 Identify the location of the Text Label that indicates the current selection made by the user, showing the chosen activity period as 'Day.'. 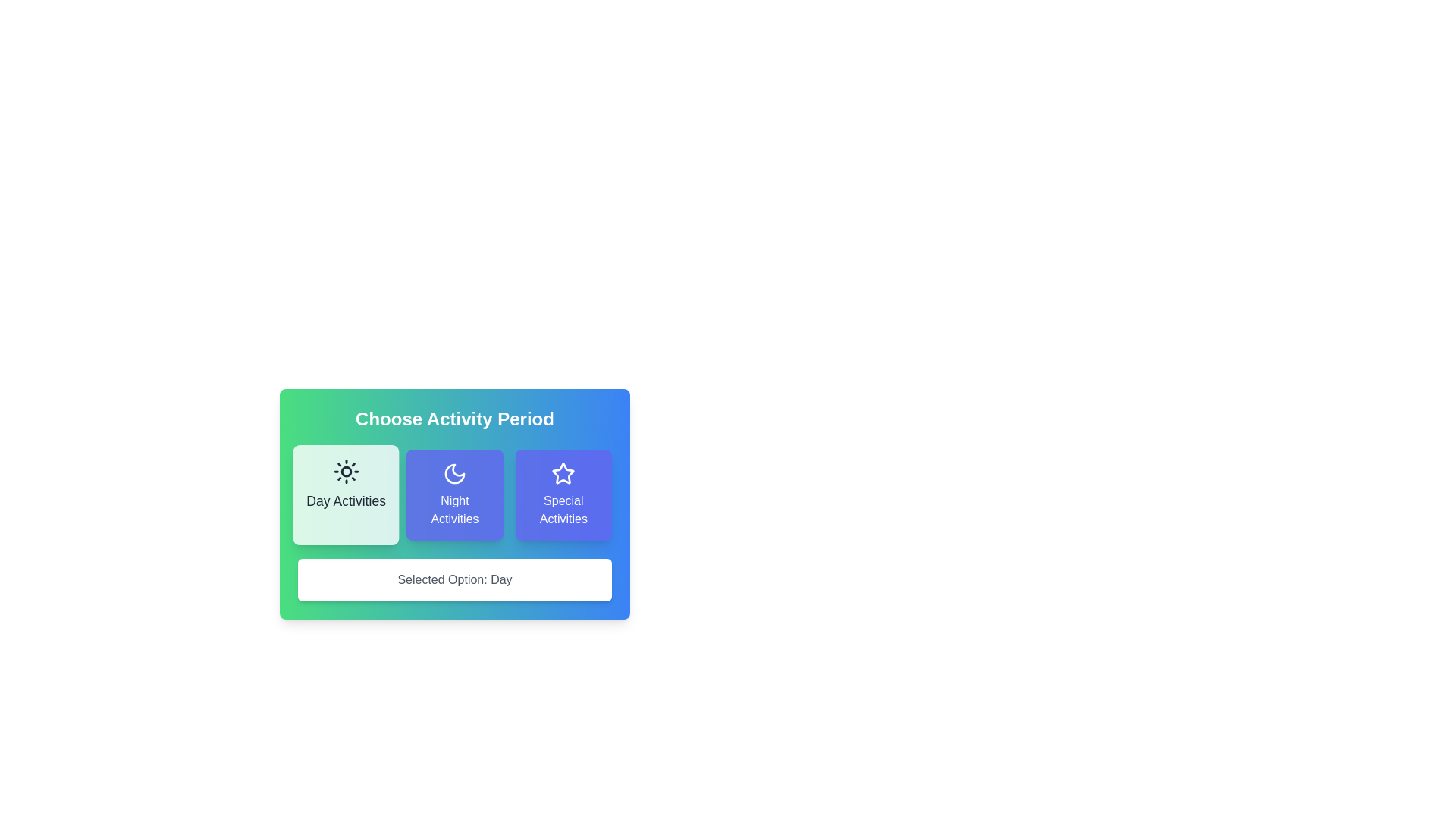
(454, 579).